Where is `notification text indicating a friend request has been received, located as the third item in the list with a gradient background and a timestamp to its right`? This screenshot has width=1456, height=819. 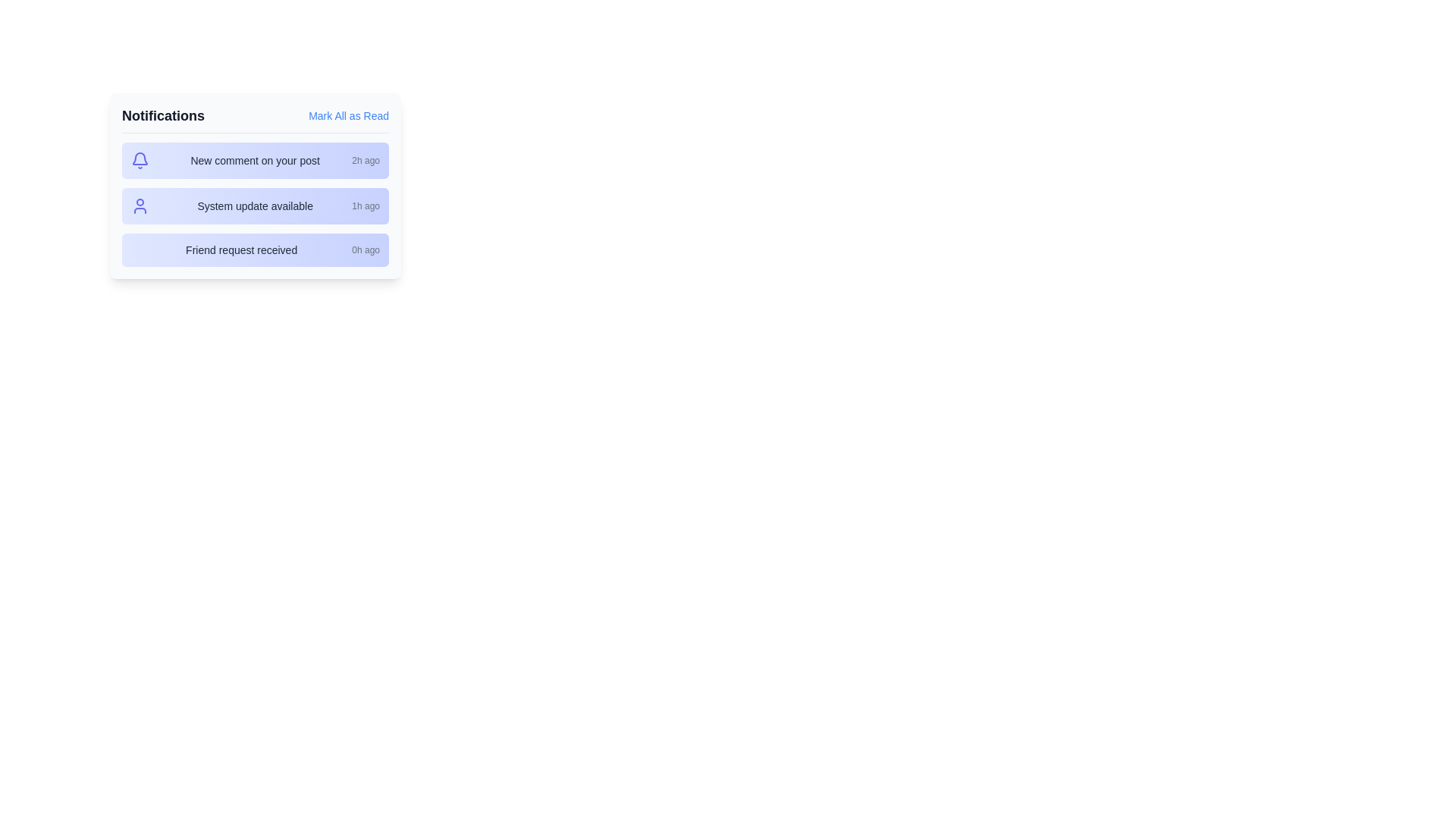
notification text indicating a friend request has been received, located as the third item in the list with a gradient background and a timestamp to its right is located at coordinates (240, 249).